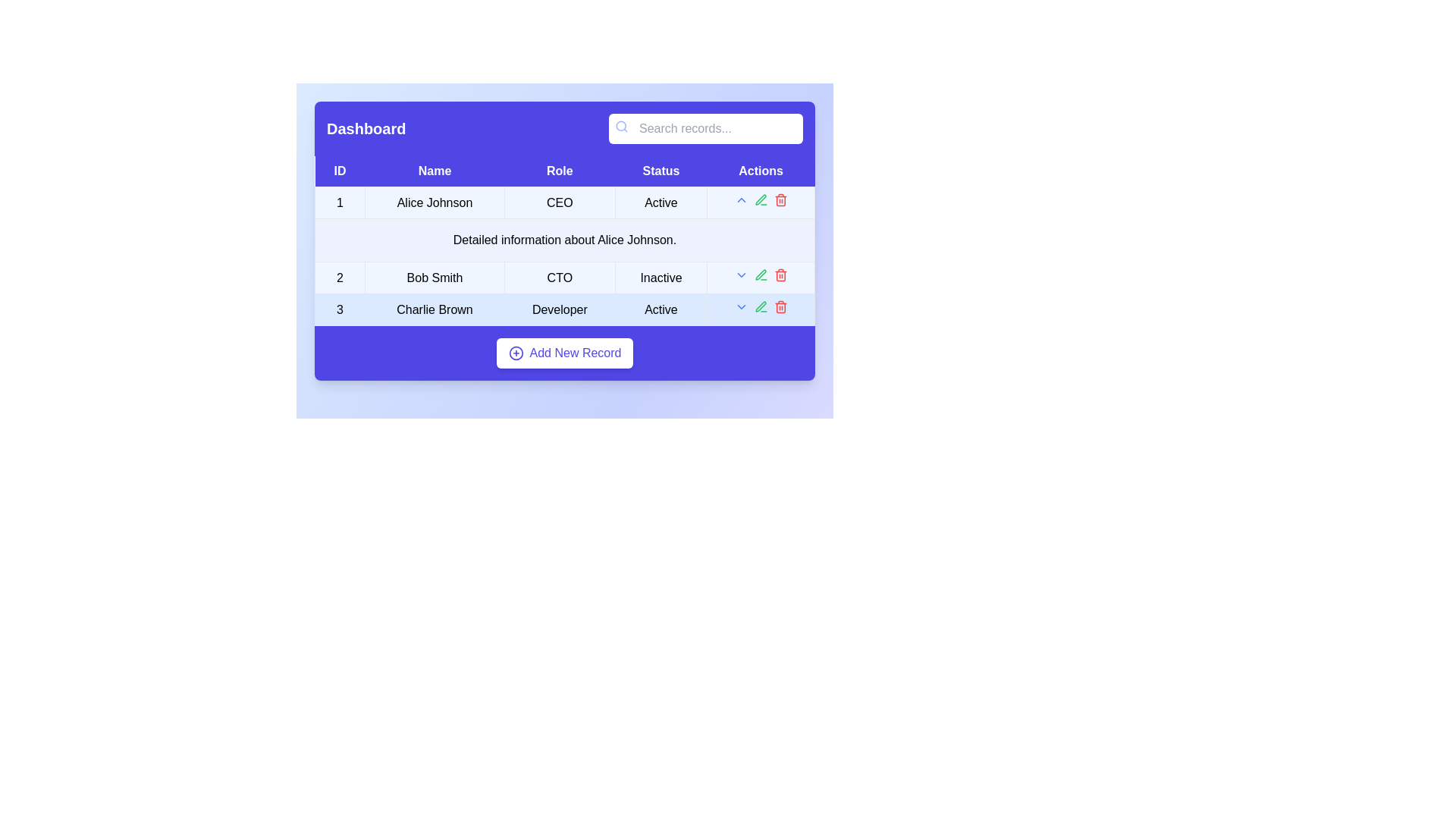  What do you see at coordinates (761, 198) in the screenshot?
I see `the edit icon in the 'Actions' column of the third row corresponding to 'Charlie Brown'` at bounding box center [761, 198].